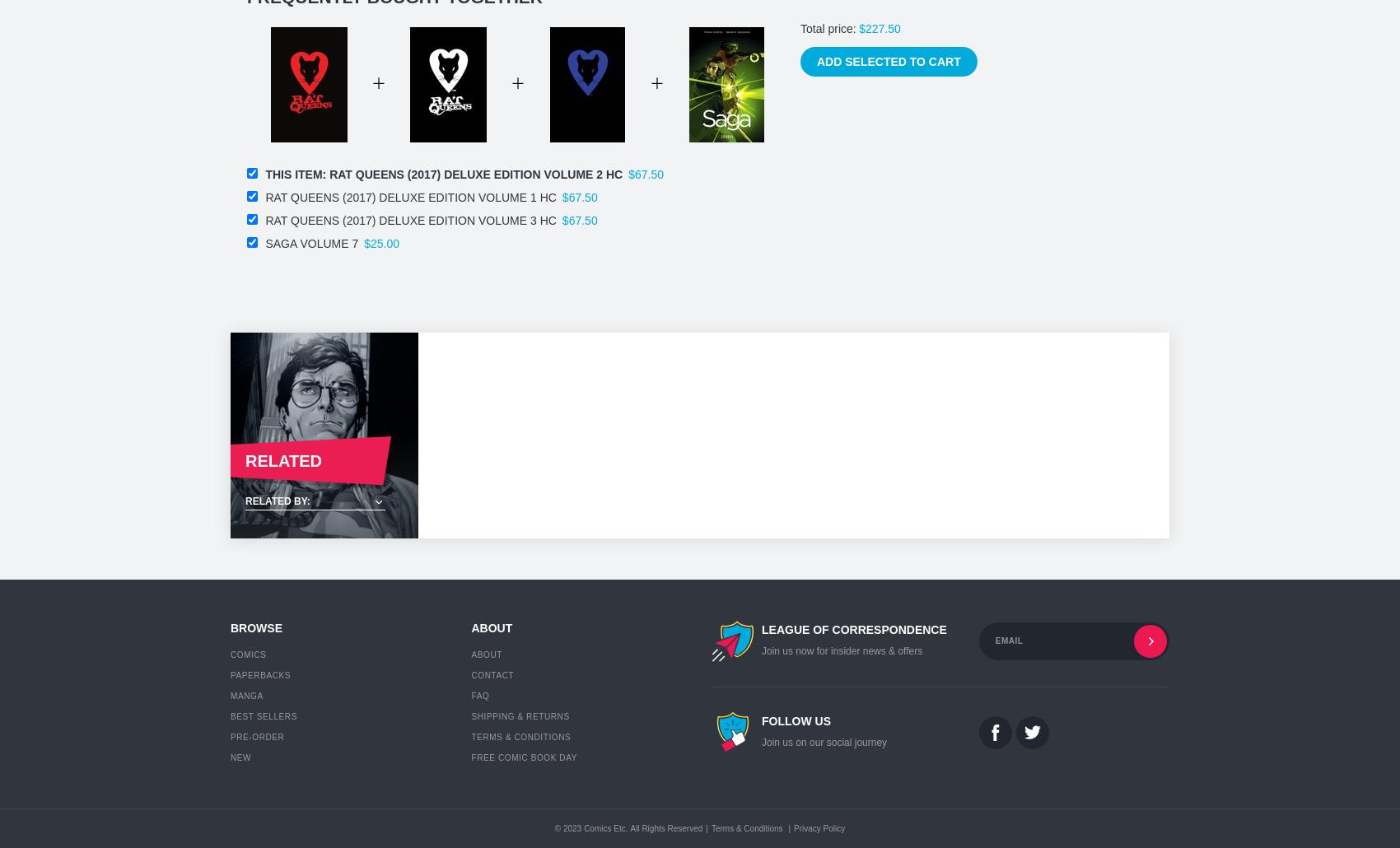 This screenshot has height=848, width=1400. Describe the element at coordinates (230, 653) in the screenshot. I see `'Comics'` at that location.